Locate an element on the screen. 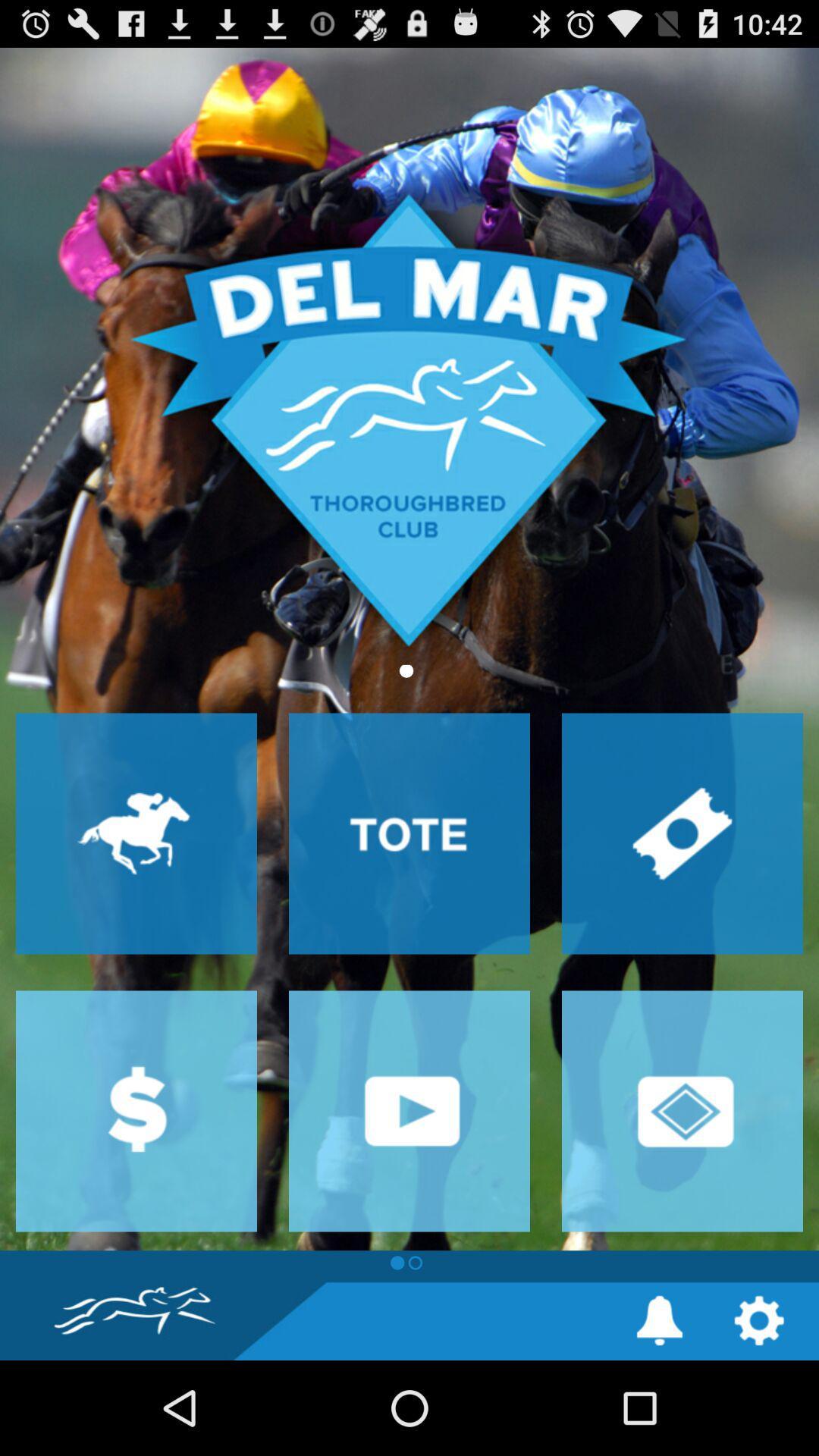 This screenshot has width=819, height=1456. notifications is located at coordinates (659, 1319).